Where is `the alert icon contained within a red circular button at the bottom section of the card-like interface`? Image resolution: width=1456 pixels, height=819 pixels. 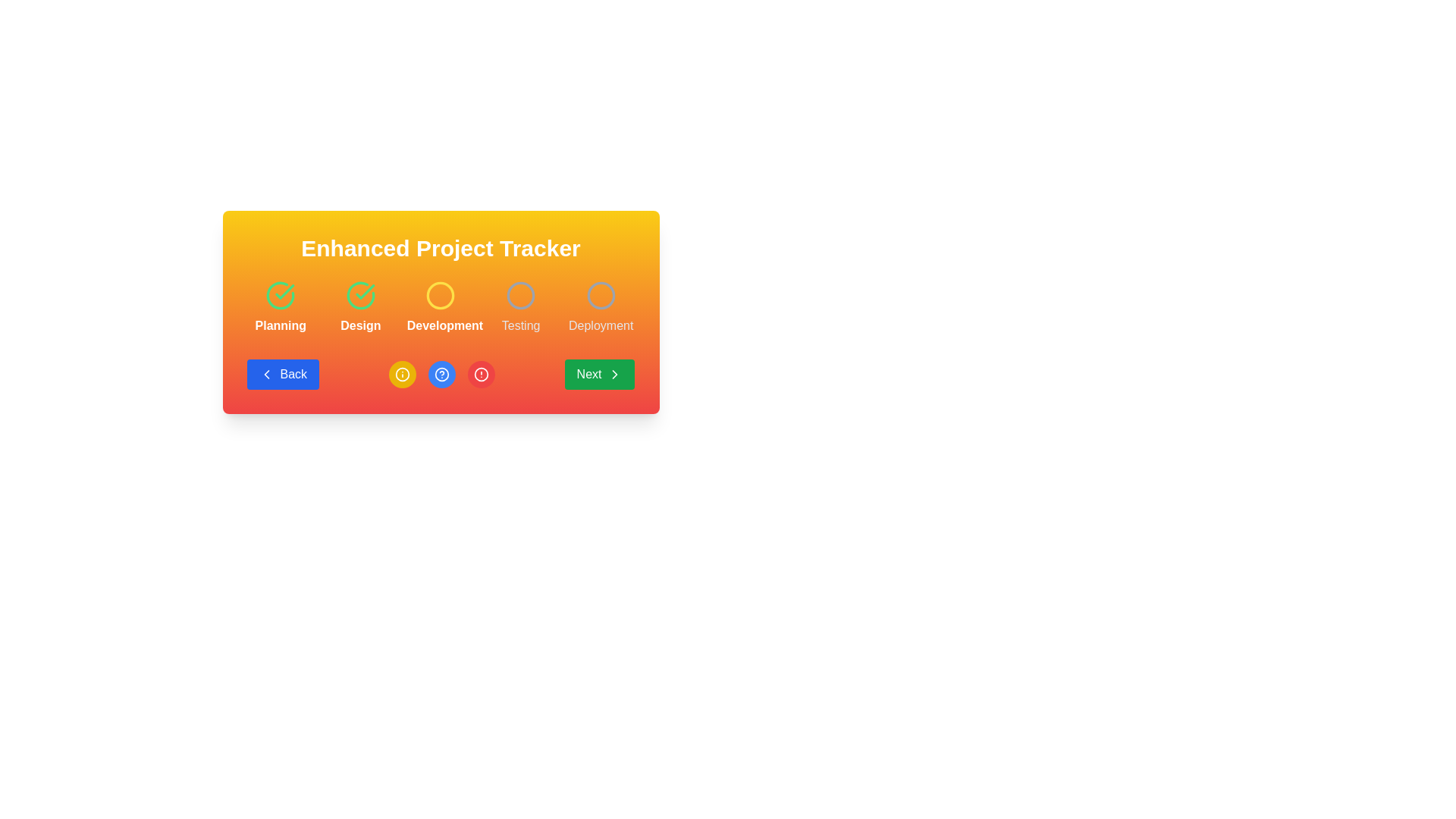 the alert icon contained within a red circular button at the bottom section of the card-like interface is located at coordinates (480, 374).